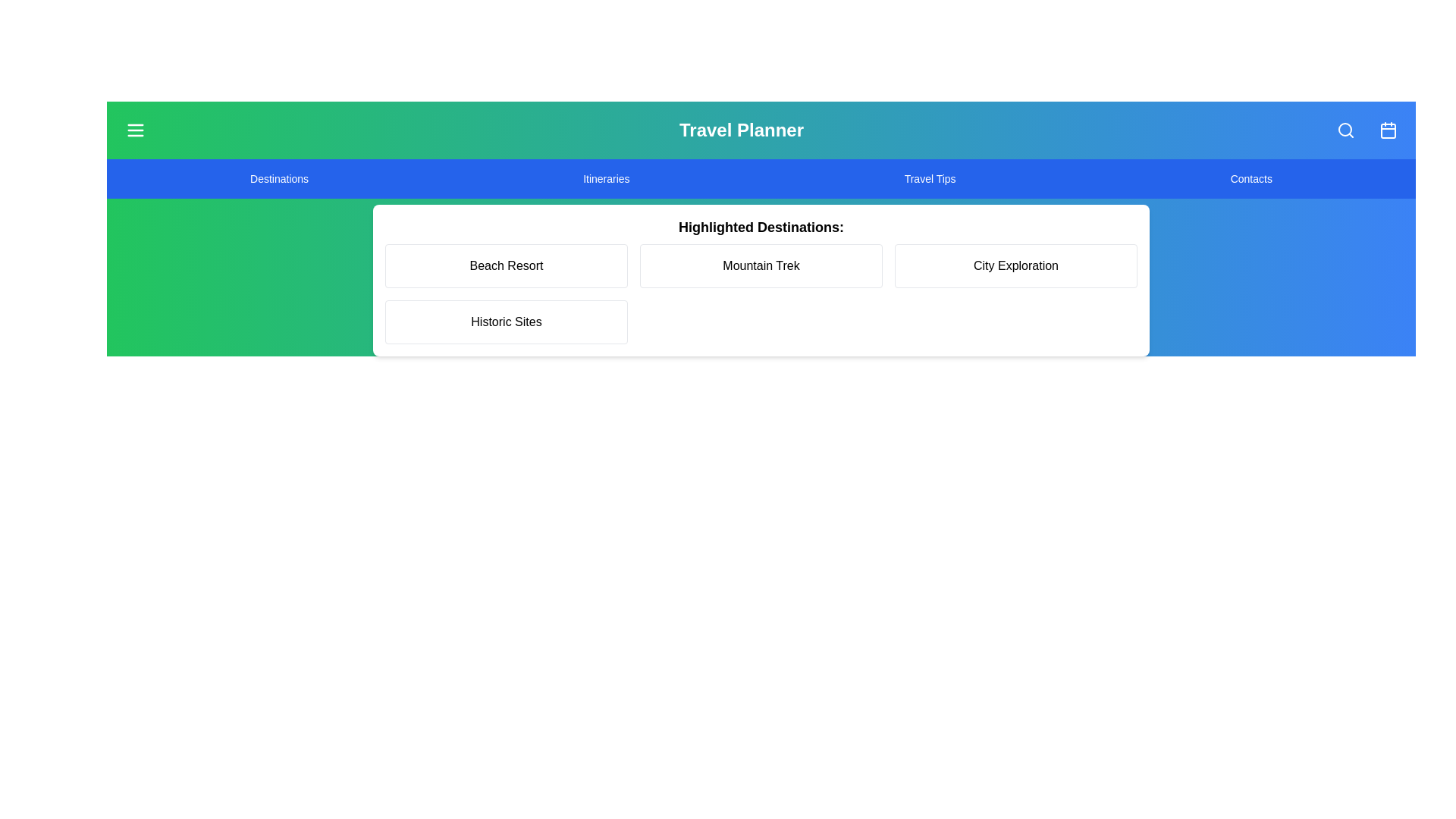 The width and height of the screenshot is (1456, 819). I want to click on the calendar button to toggle the carousel visibility, so click(1388, 130).